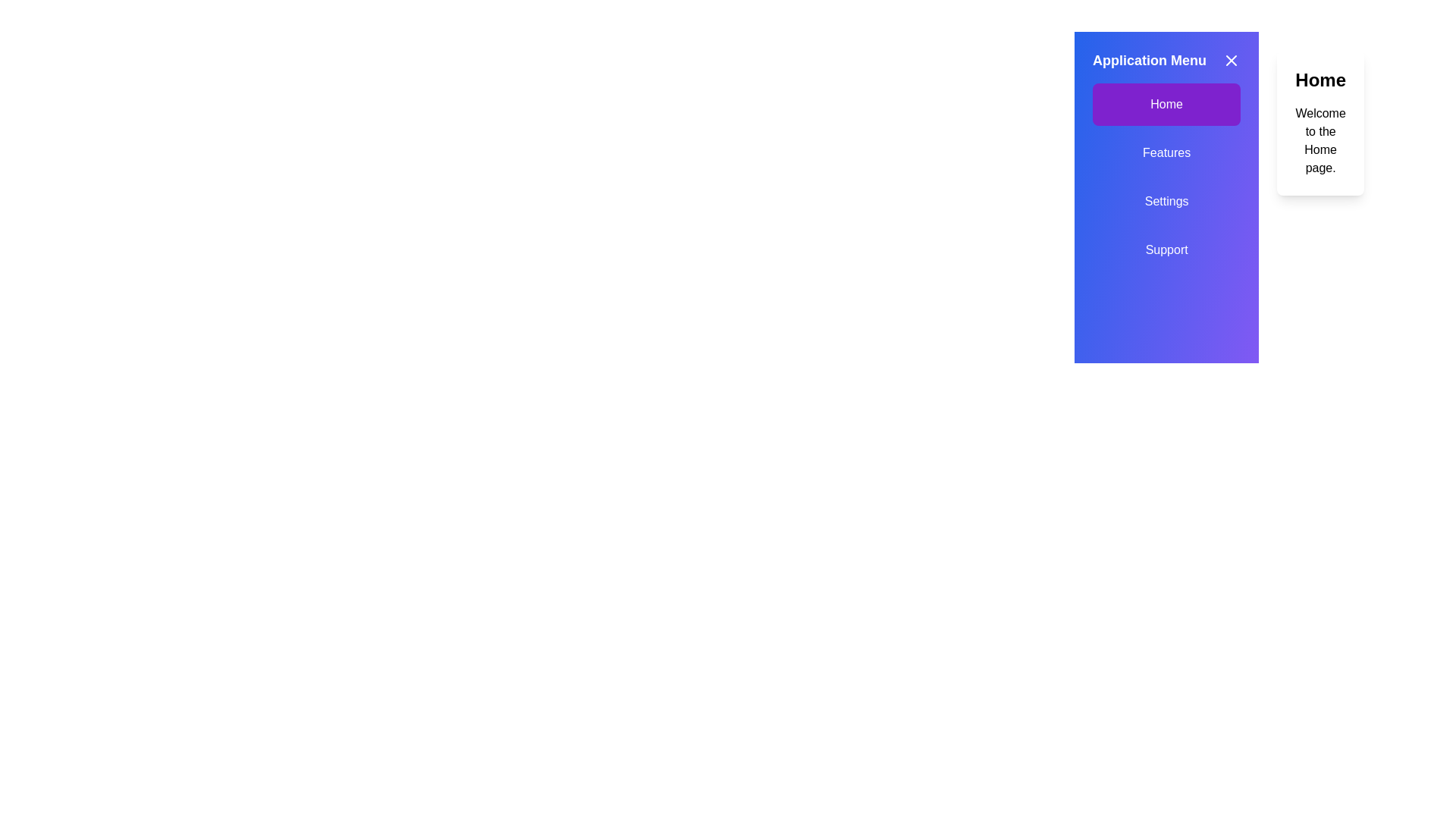  I want to click on the menu option Support, so click(1166, 249).